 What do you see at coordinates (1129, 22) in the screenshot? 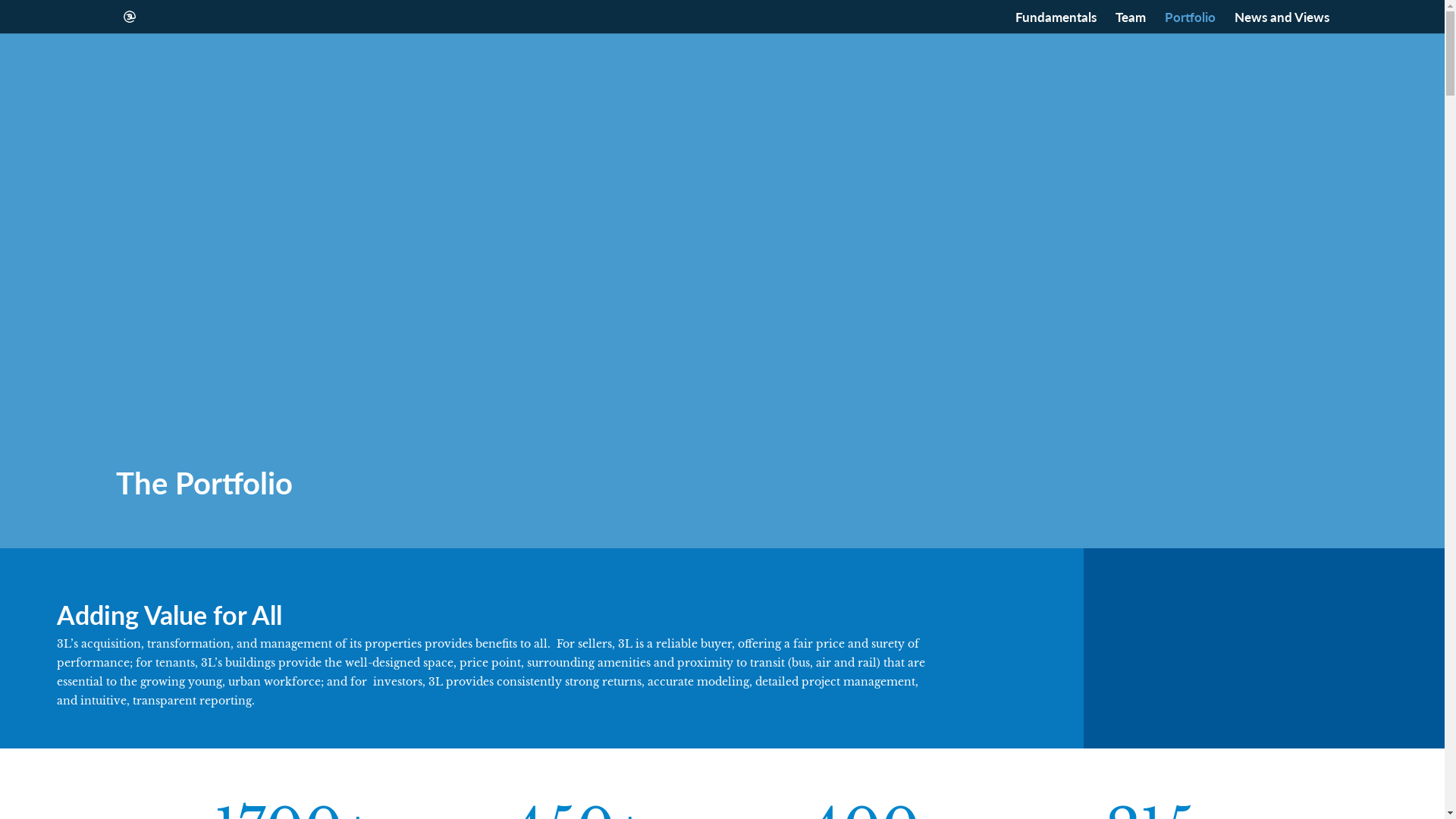
I see `'Team'` at bounding box center [1129, 22].